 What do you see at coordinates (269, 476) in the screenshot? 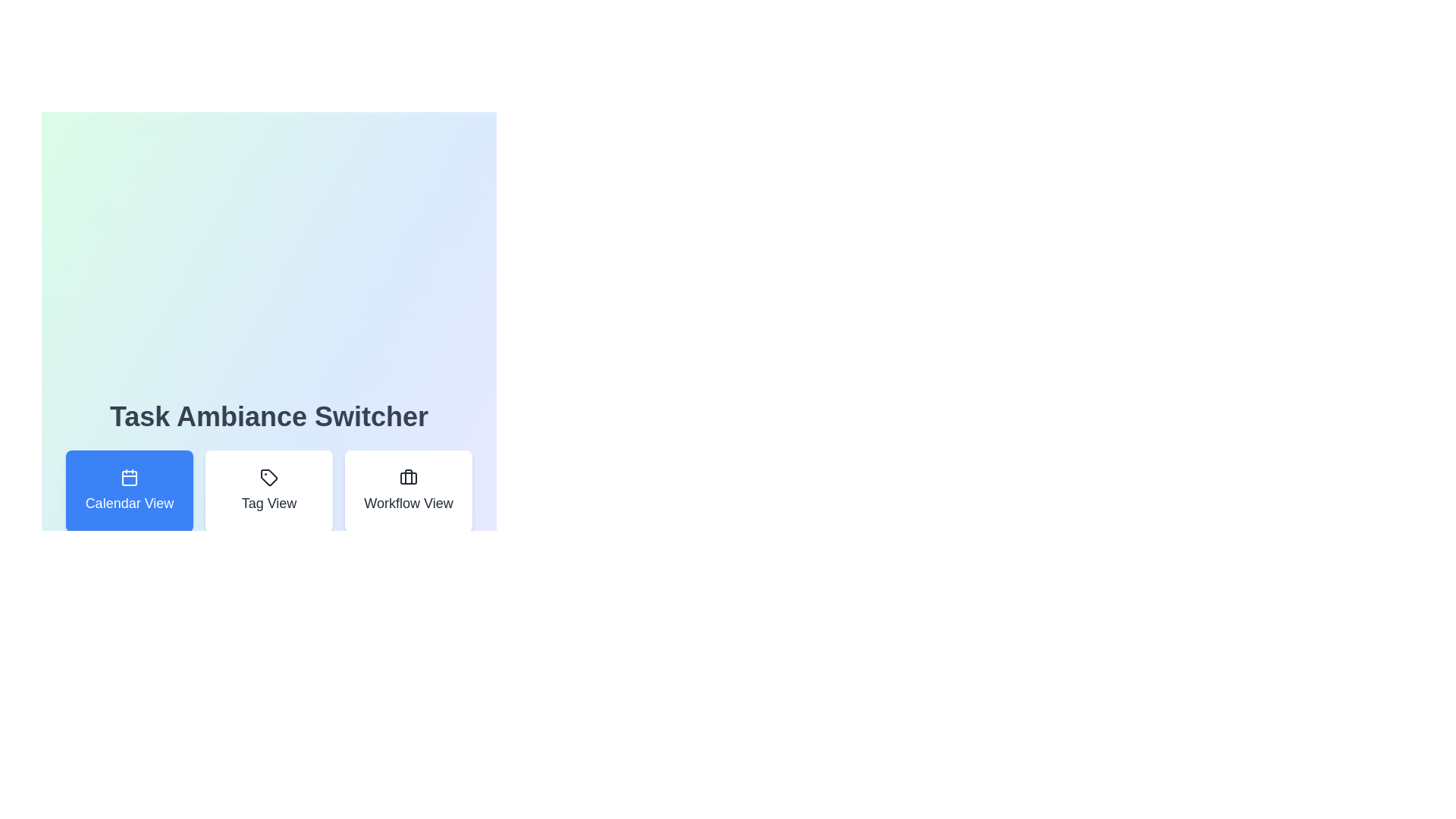
I see `the tagging icon located centrally above the 'Tag View' text label, which is part of a horizontal arrangement of similar elements` at bounding box center [269, 476].